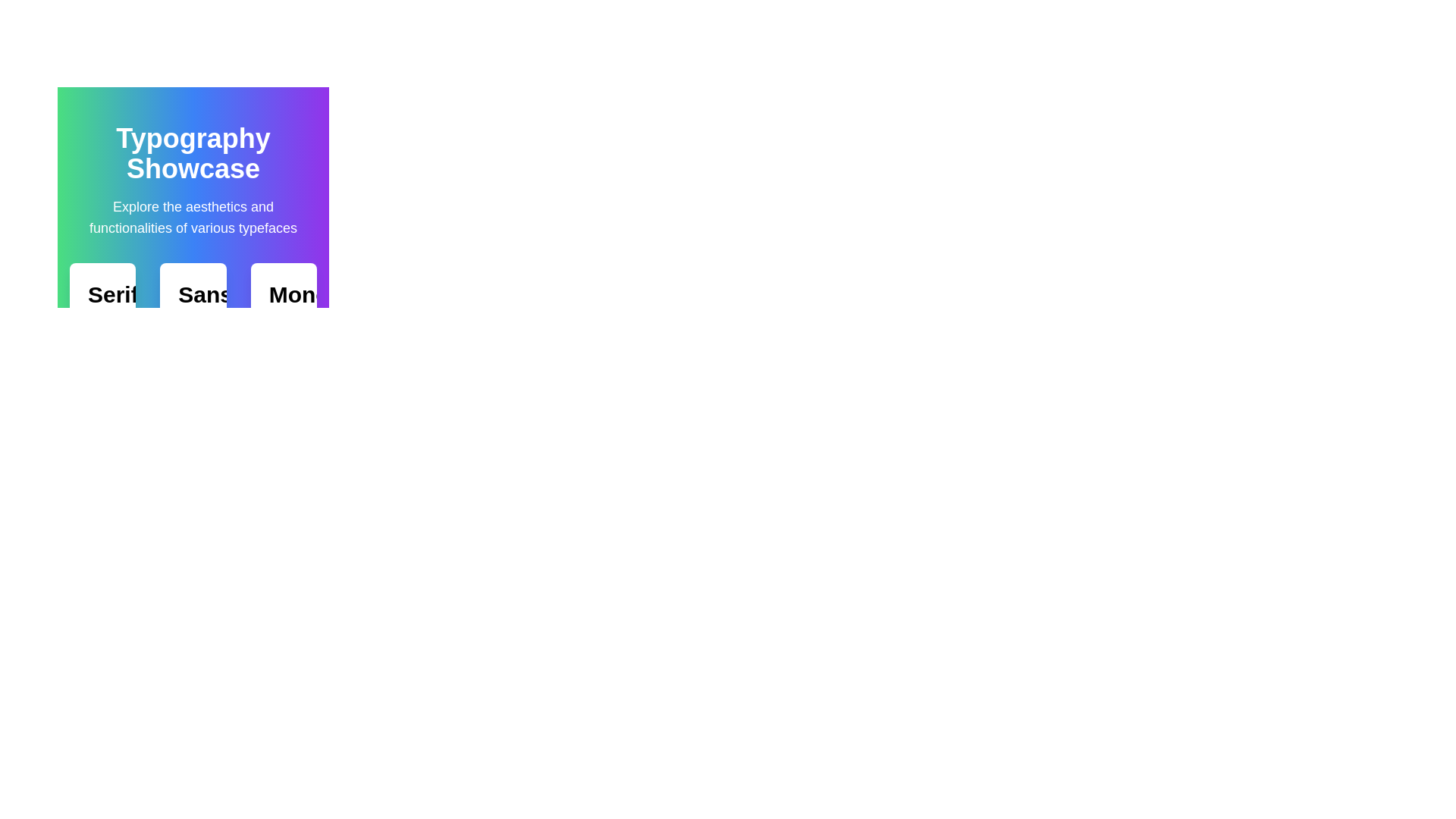 This screenshot has height=819, width=1456. I want to click on the toggle button that reveals or hides additional details, located centrally at the bottom of the layout with a light gray background, so click(192, 792).